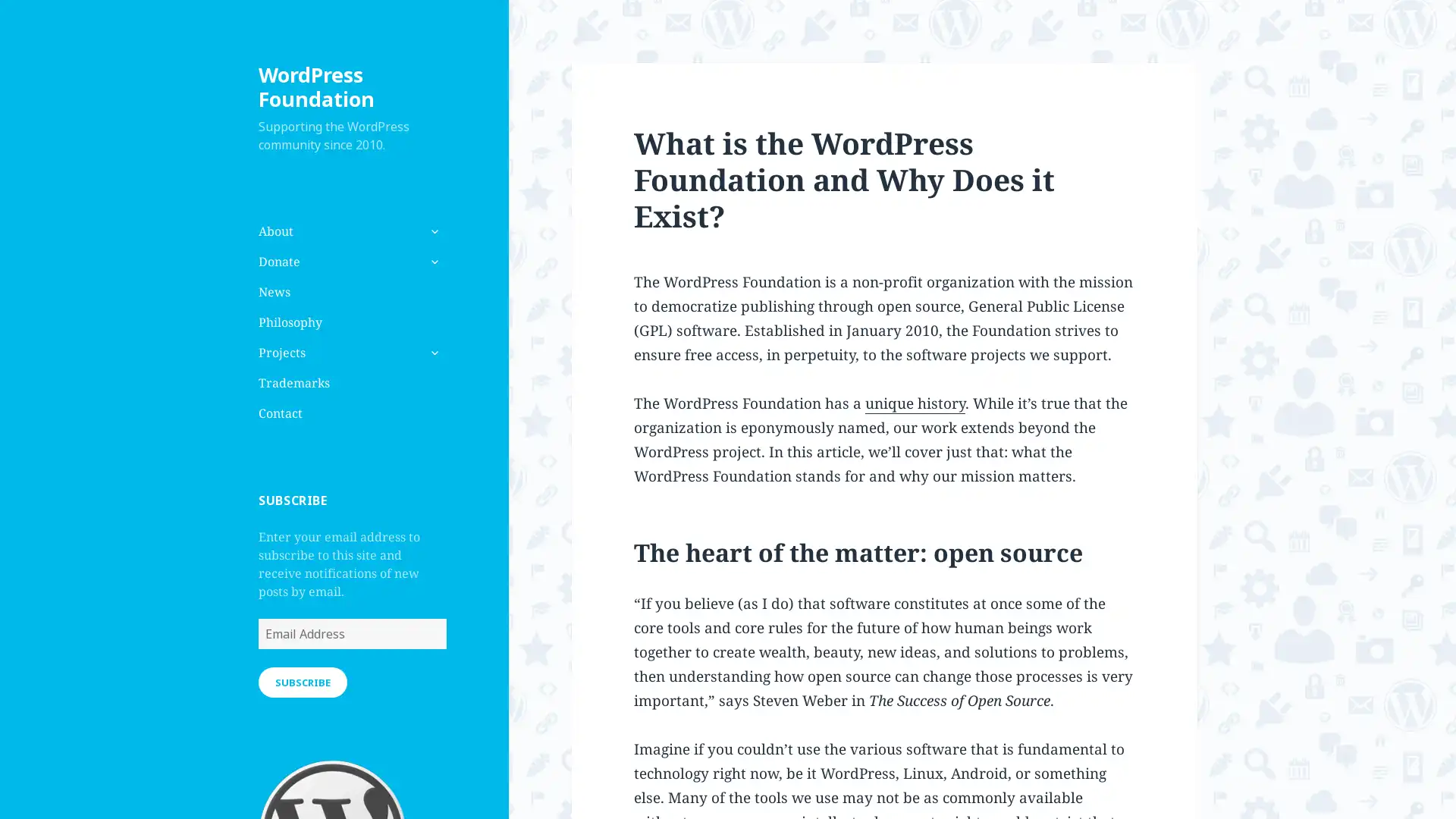 This screenshot has height=819, width=1456. What do you see at coordinates (302, 680) in the screenshot?
I see `SUBSCRIBE` at bounding box center [302, 680].